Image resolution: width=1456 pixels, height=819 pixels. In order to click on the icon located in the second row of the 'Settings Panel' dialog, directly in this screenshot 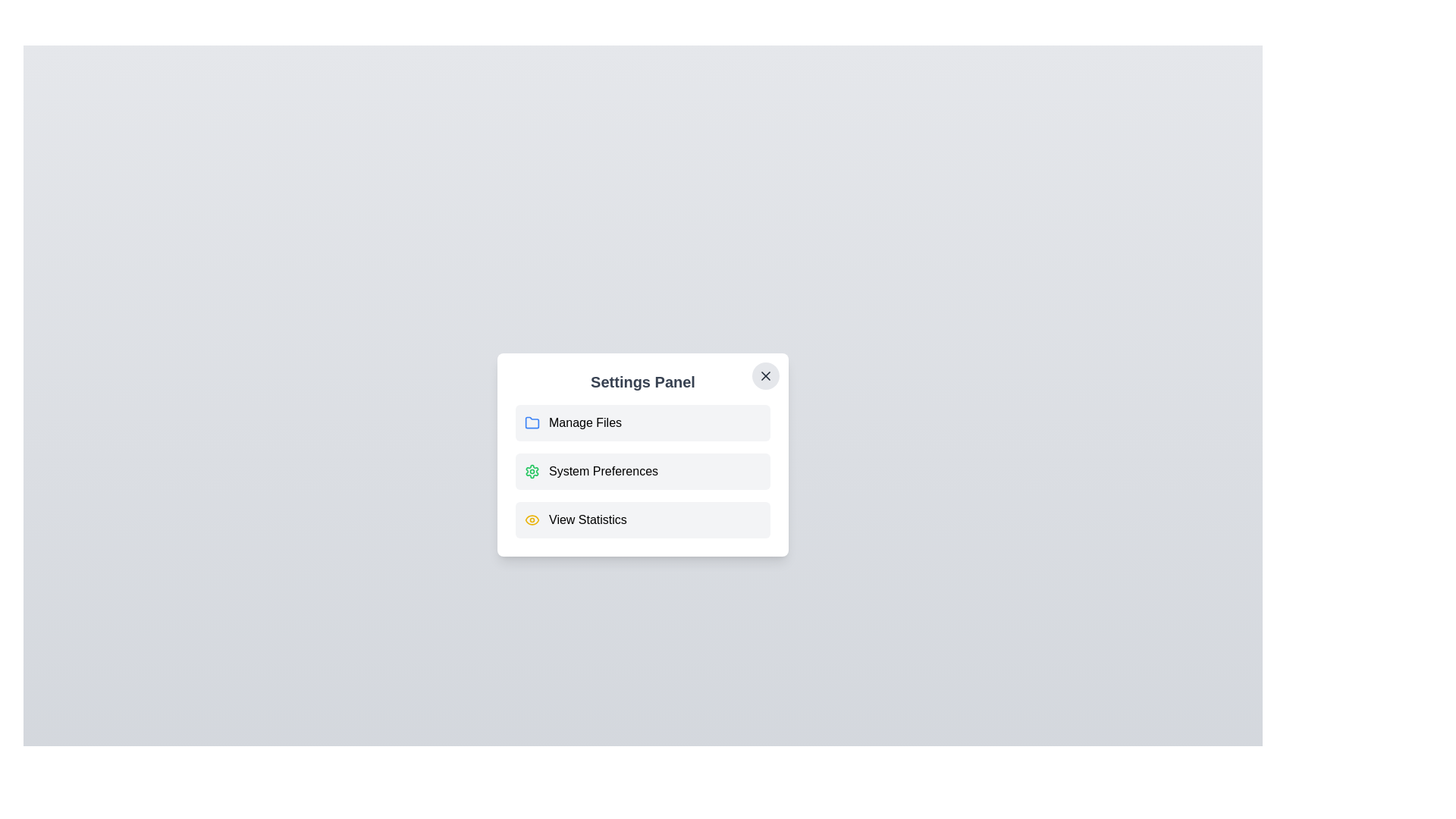, I will do `click(532, 470)`.